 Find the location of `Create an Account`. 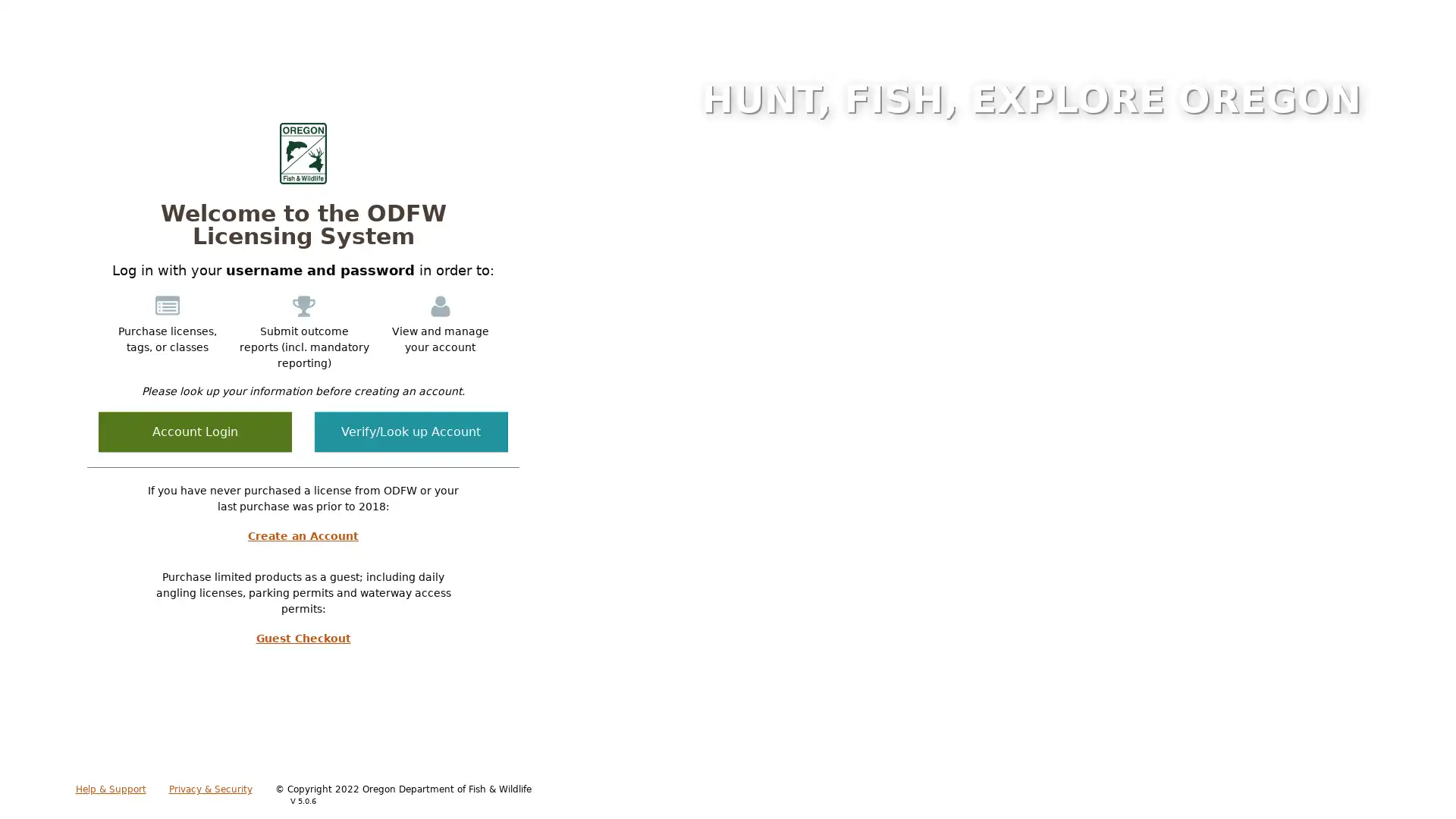

Create an Account is located at coordinates (303, 535).